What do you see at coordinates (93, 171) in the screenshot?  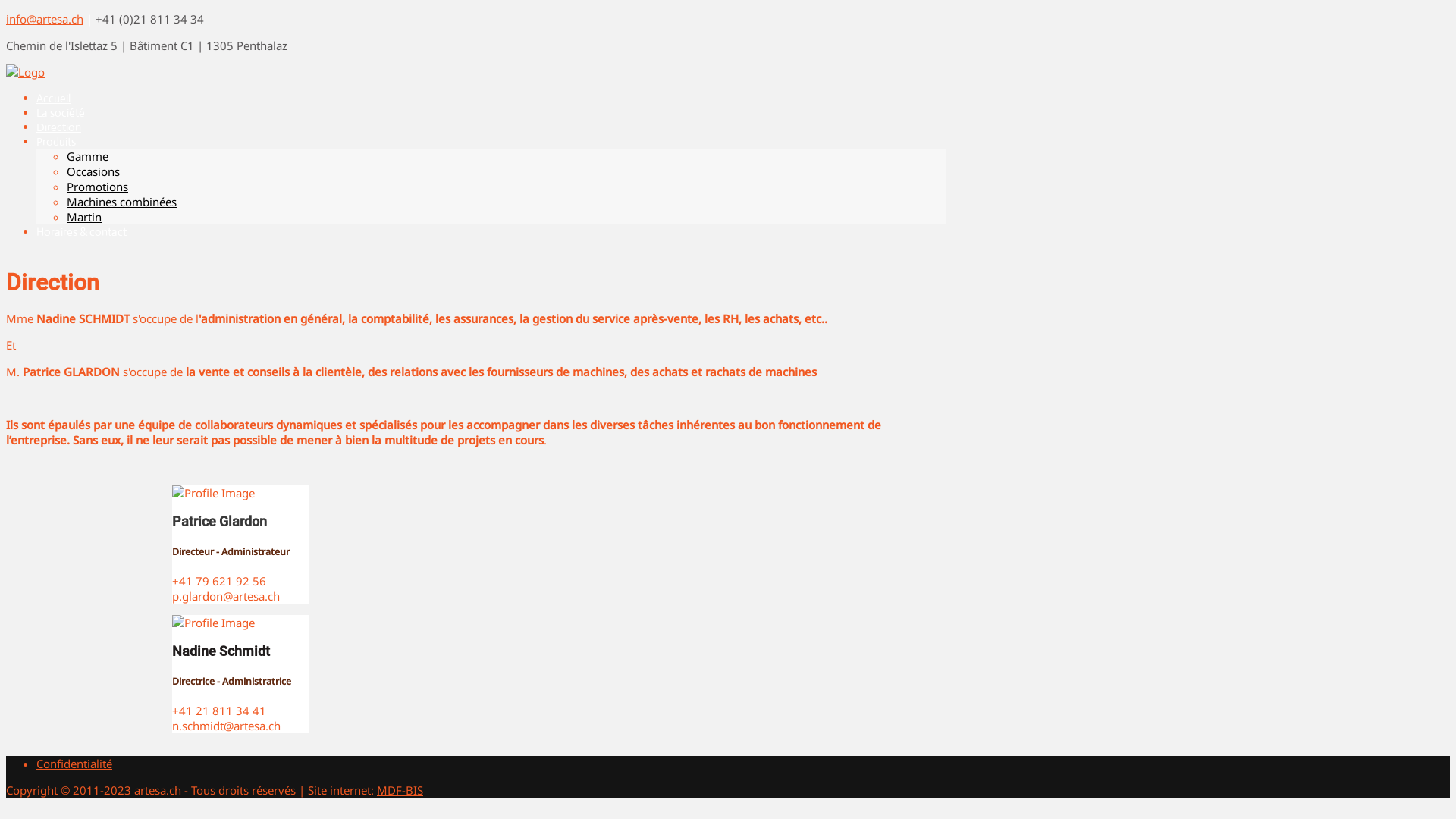 I see `'Occasions'` at bounding box center [93, 171].